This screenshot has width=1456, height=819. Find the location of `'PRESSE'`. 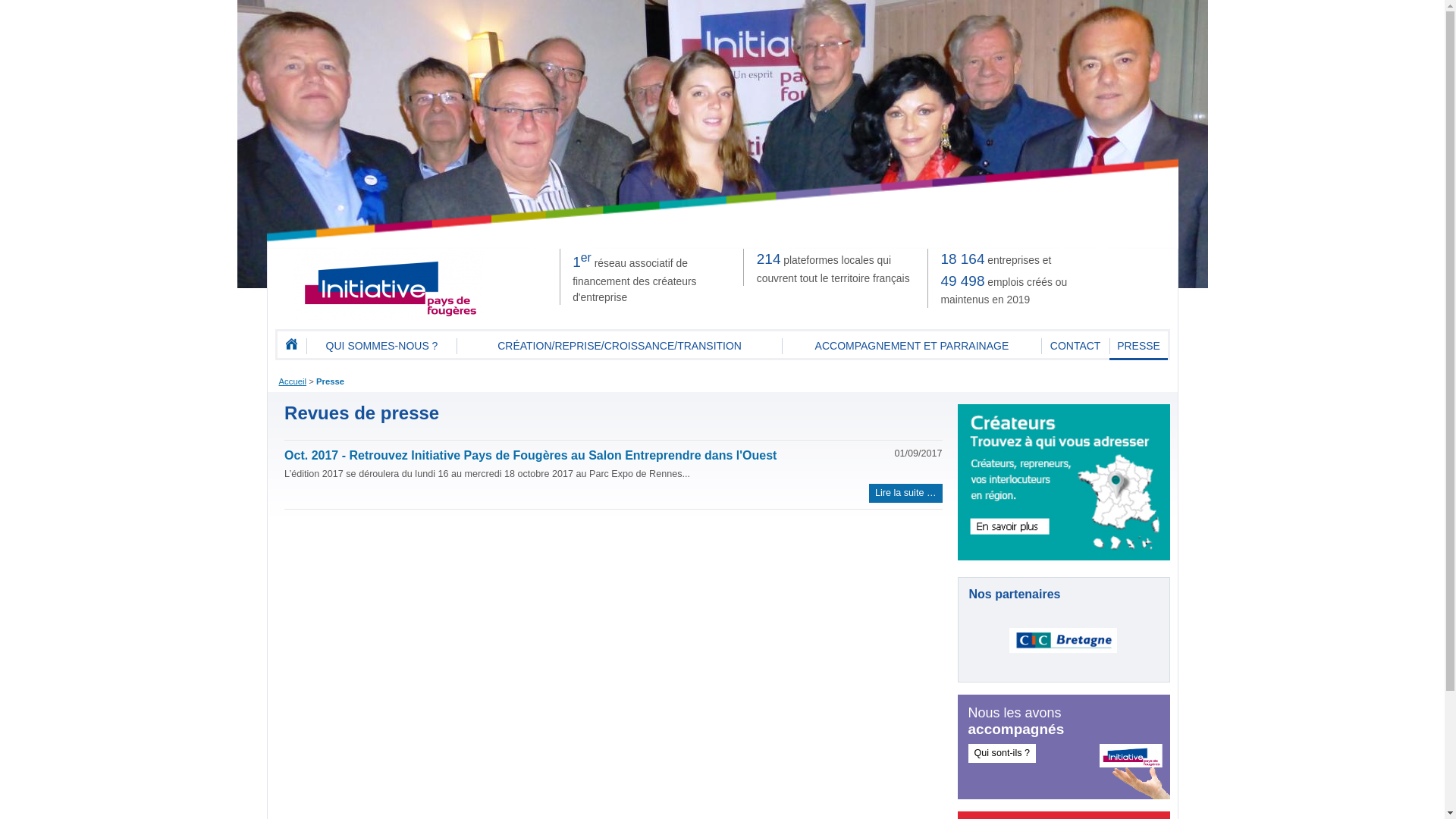

'PRESSE' is located at coordinates (1138, 346).